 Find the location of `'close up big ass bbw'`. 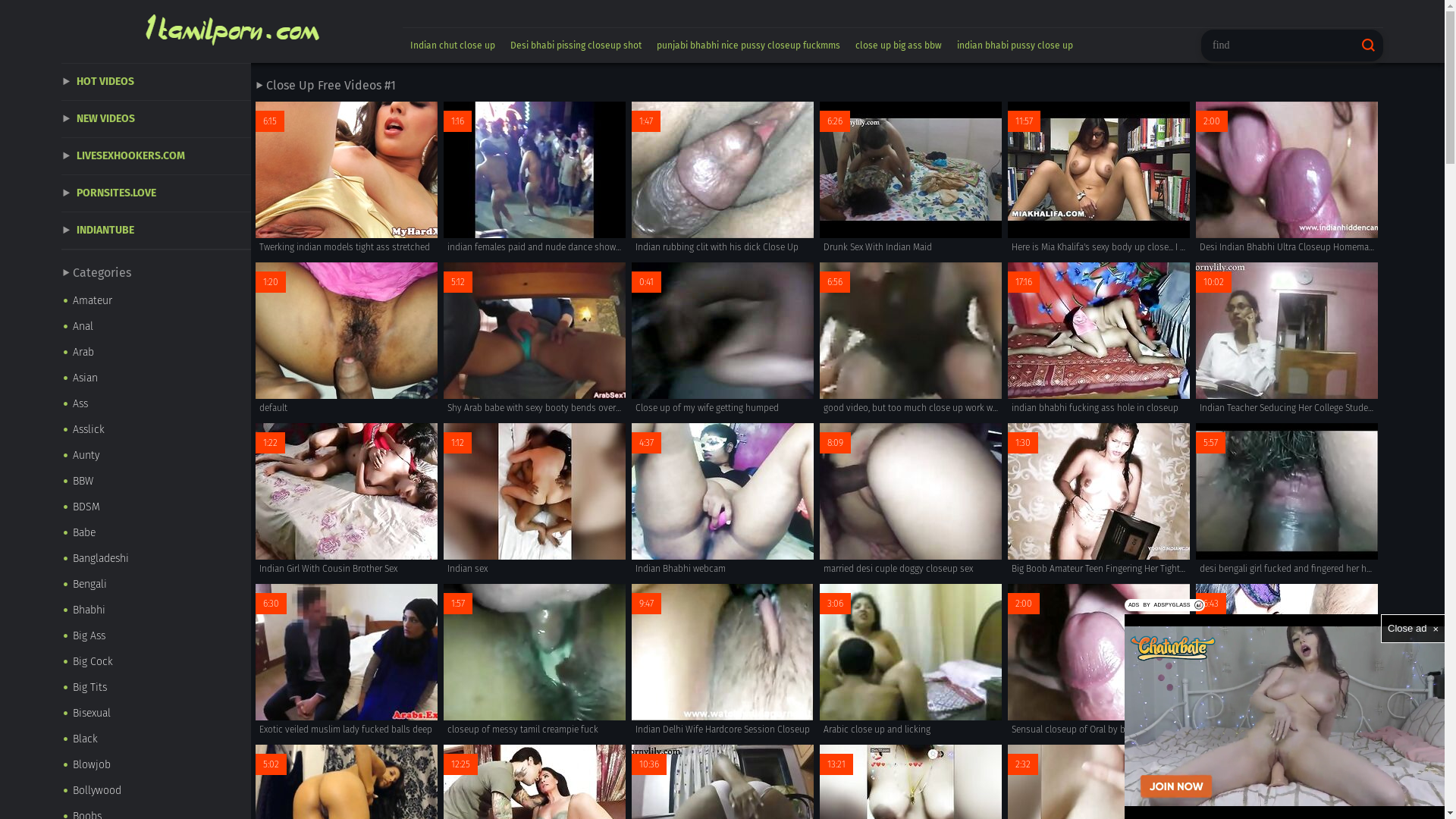

'close up big ass bbw' is located at coordinates (899, 45).